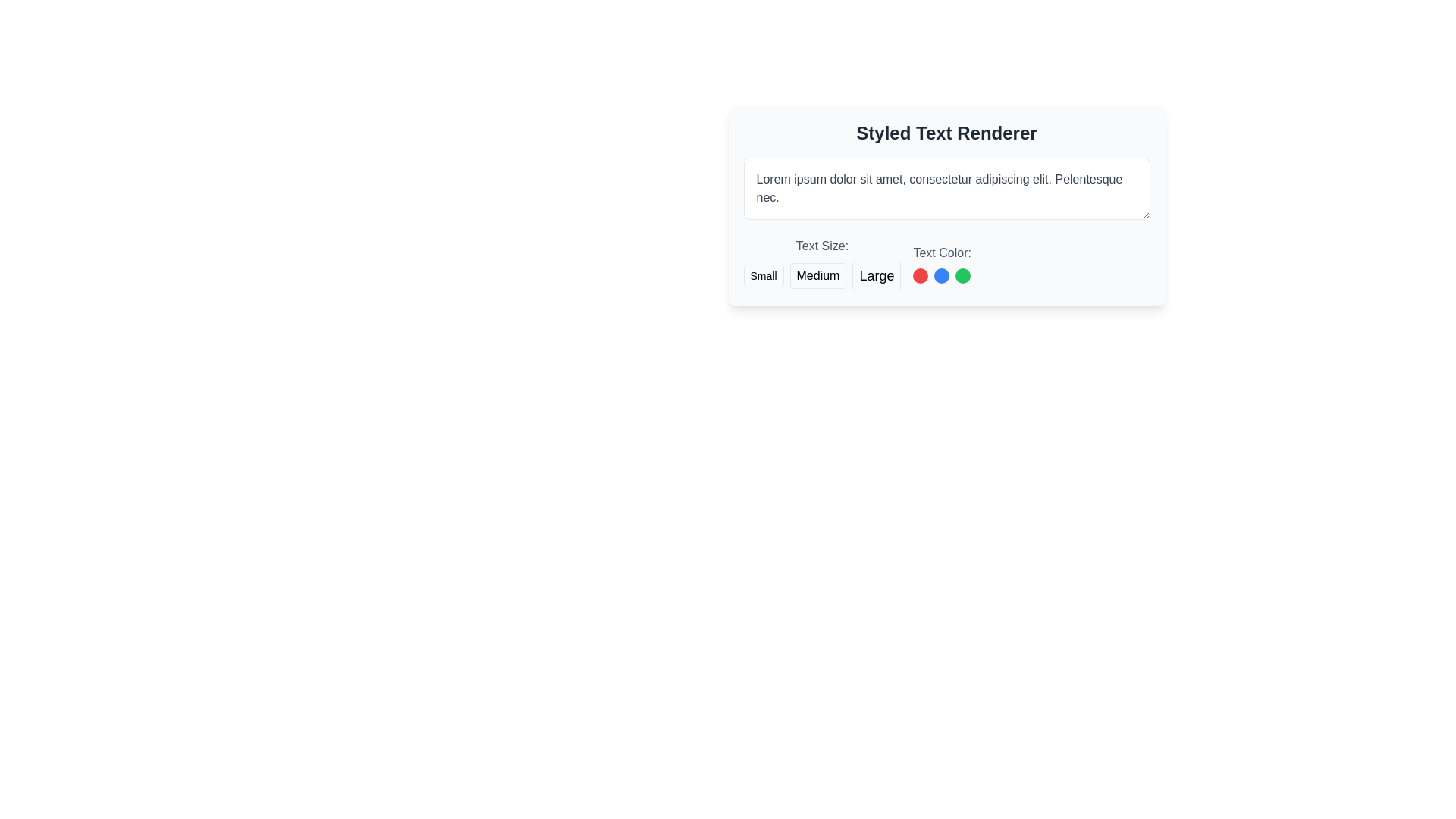 This screenshot has height=819, width=1456. What do you see at coordinates (941, 253) in the screenshot?
I see `the label that describes the functionality of the color selection options, which is located above three circular color buttons in the middle section of the interface` at bounding box center [941, 253].